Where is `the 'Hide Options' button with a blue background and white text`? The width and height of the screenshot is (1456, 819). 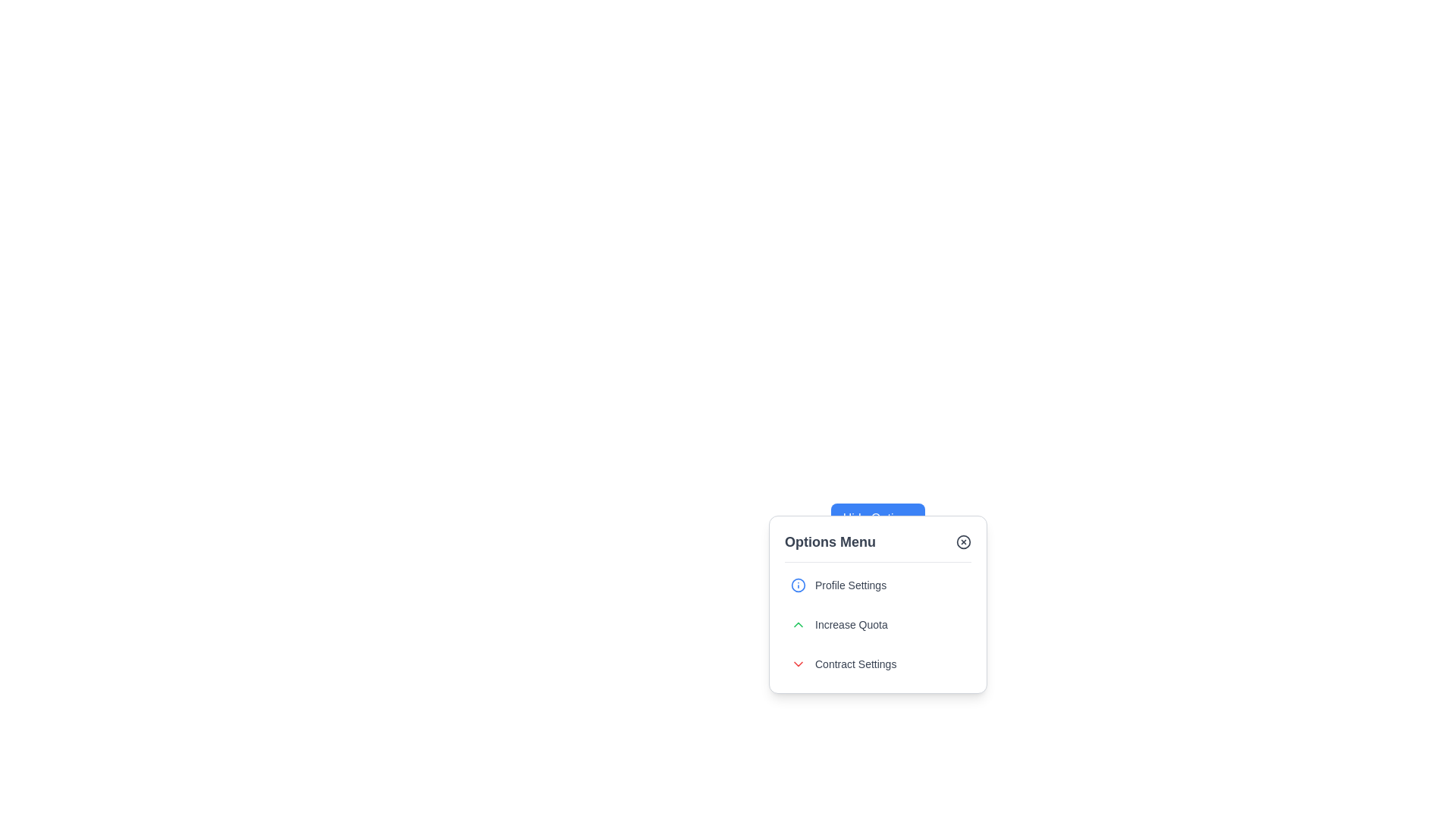 the 'Hide Options' button with a blue background and white text is located at coordinates (877, 517).